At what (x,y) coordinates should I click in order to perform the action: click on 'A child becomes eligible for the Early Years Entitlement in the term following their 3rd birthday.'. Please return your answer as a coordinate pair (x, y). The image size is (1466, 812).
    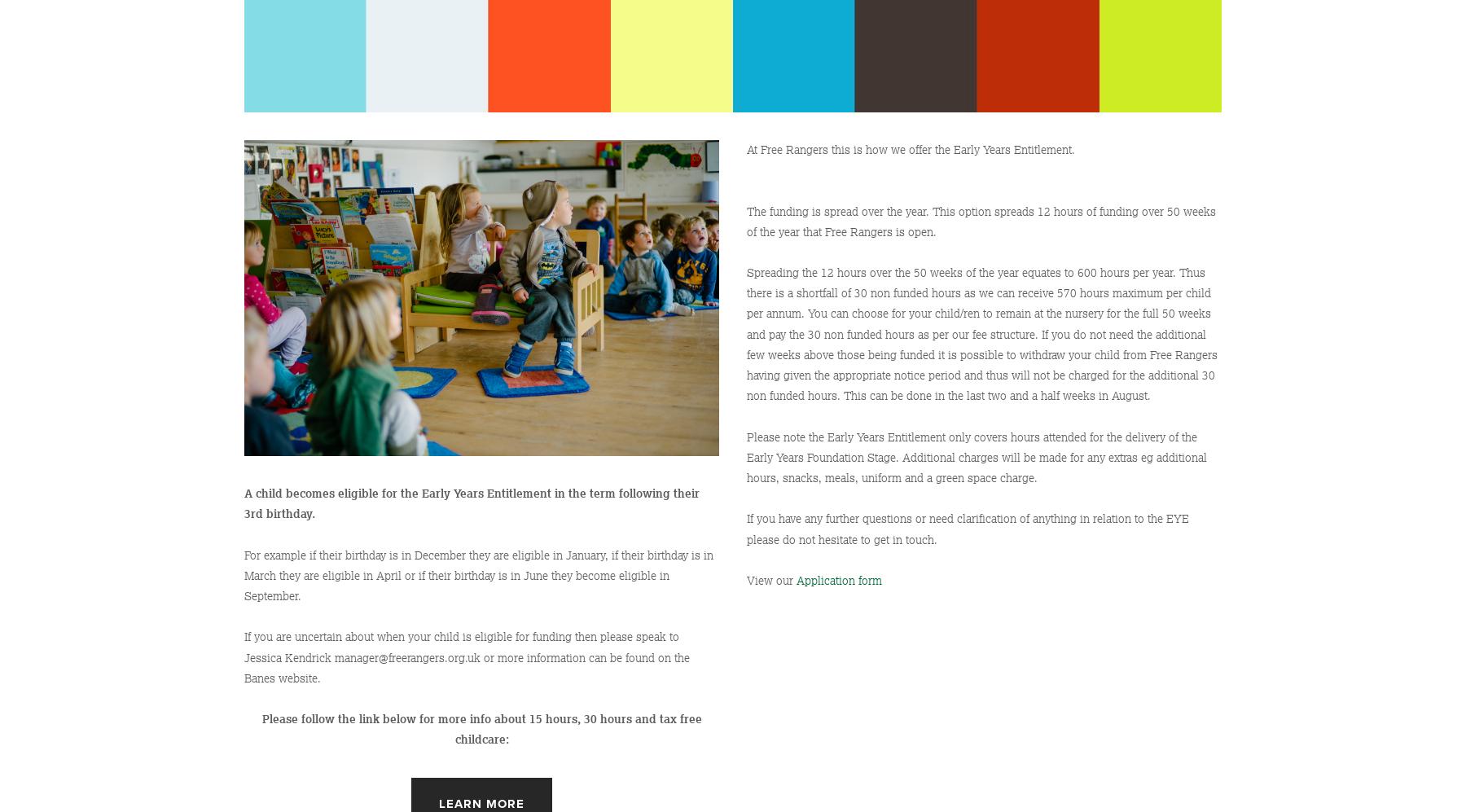
    Looking at the image, I should click on (473, 503).